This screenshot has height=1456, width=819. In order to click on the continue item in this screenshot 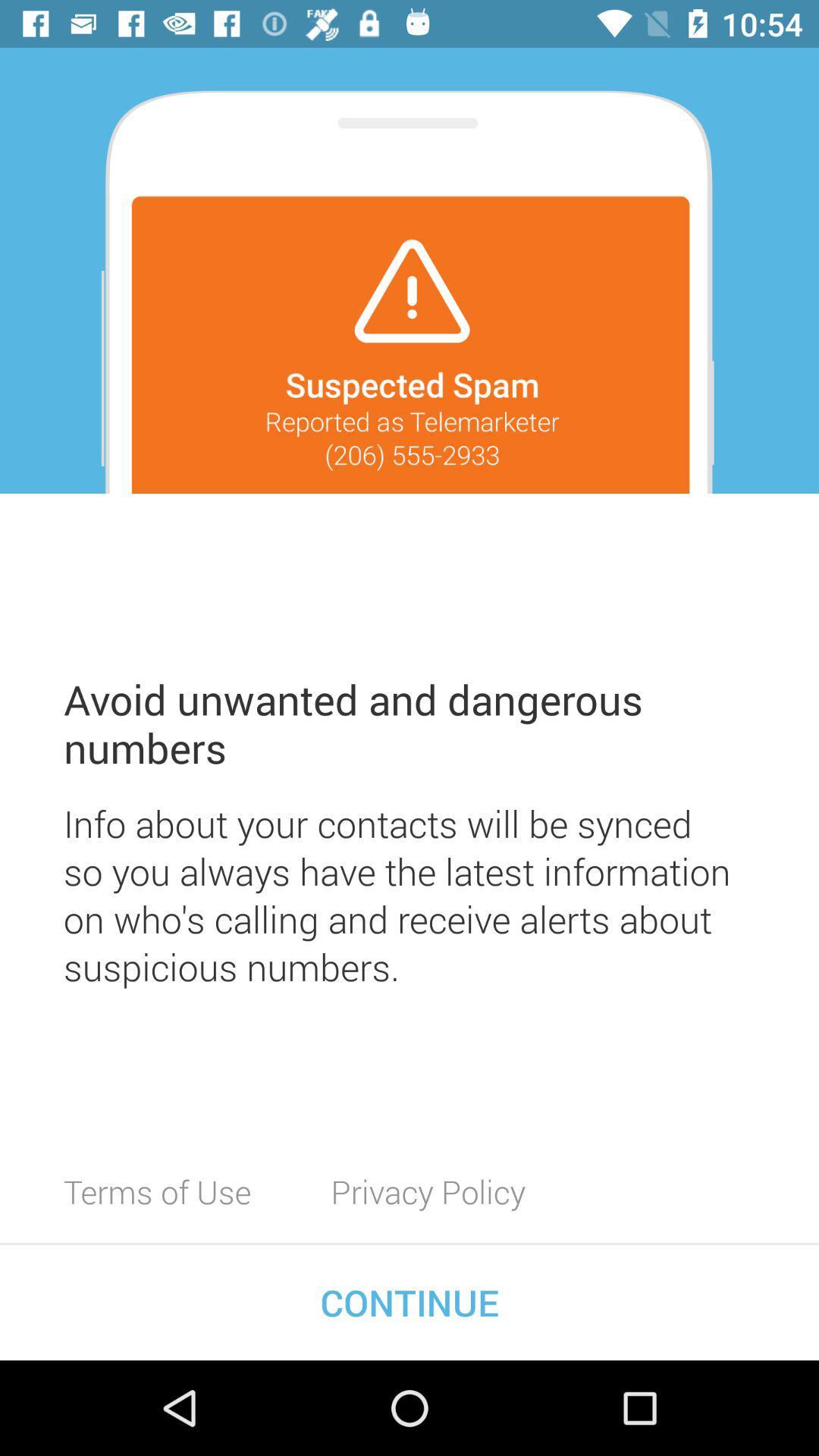, I will do `click(409, 1301)`.